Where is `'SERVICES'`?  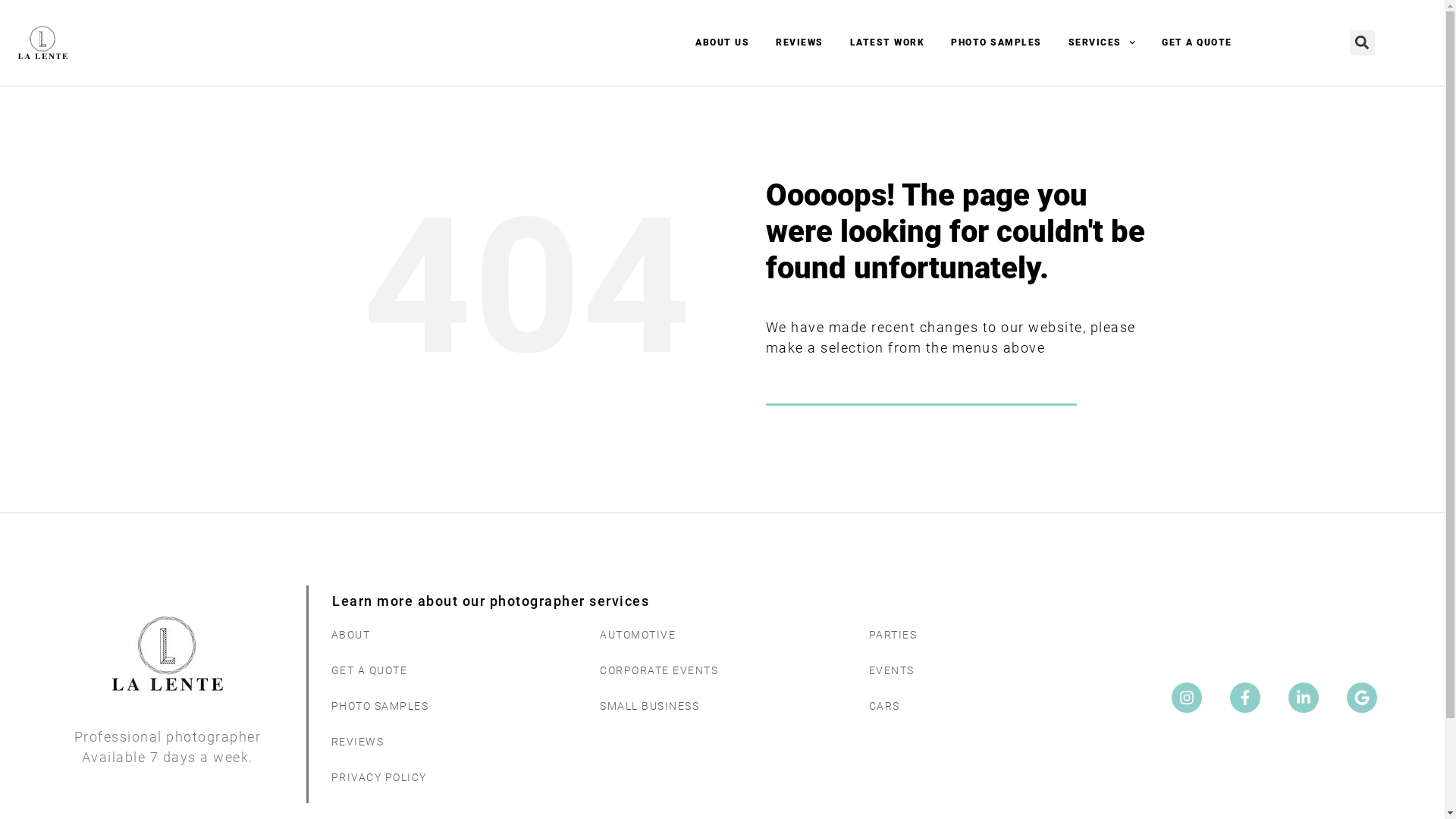
'SERVICES' is located at coordinates (1102, 42).